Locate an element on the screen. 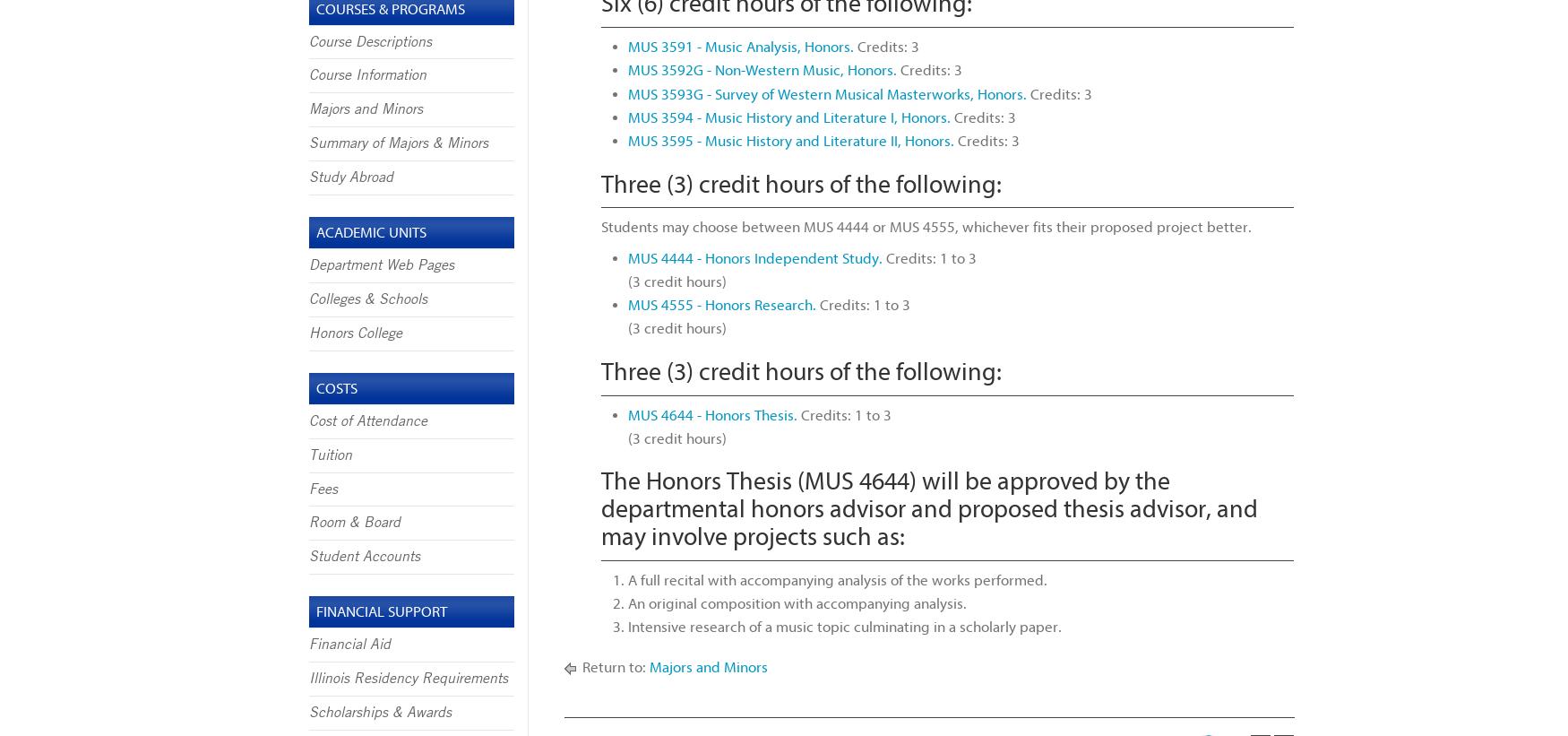 This screenshot has height=736, width=1568. 'Room & Board' is located at coordinates (354, 521).